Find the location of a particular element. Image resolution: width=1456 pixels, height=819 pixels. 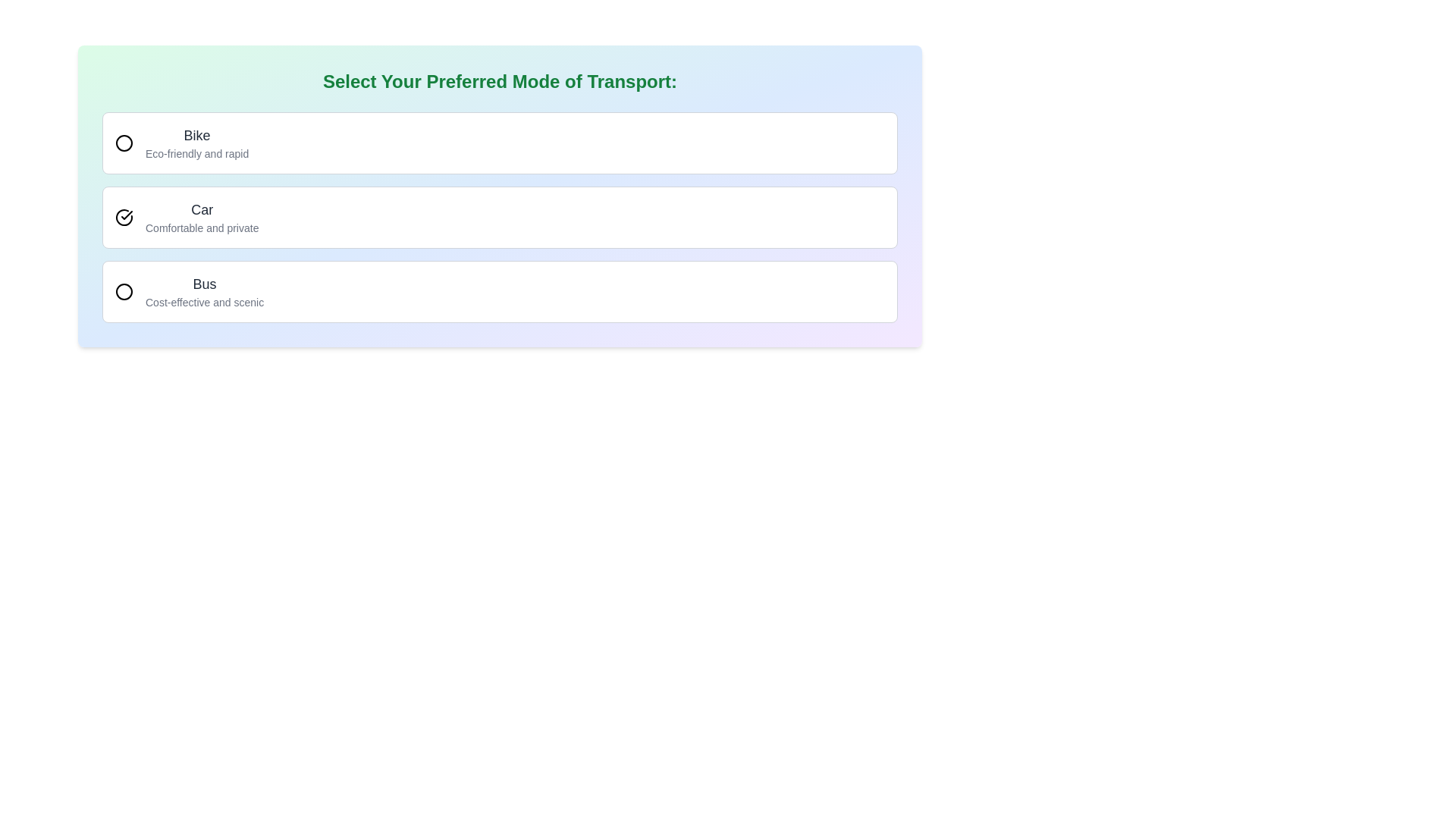

descriptive label for the 'Bus' option in the transportation selection menu, which is the first text descriptor for the third option in a vertical list is located at coordinates (204, 292).